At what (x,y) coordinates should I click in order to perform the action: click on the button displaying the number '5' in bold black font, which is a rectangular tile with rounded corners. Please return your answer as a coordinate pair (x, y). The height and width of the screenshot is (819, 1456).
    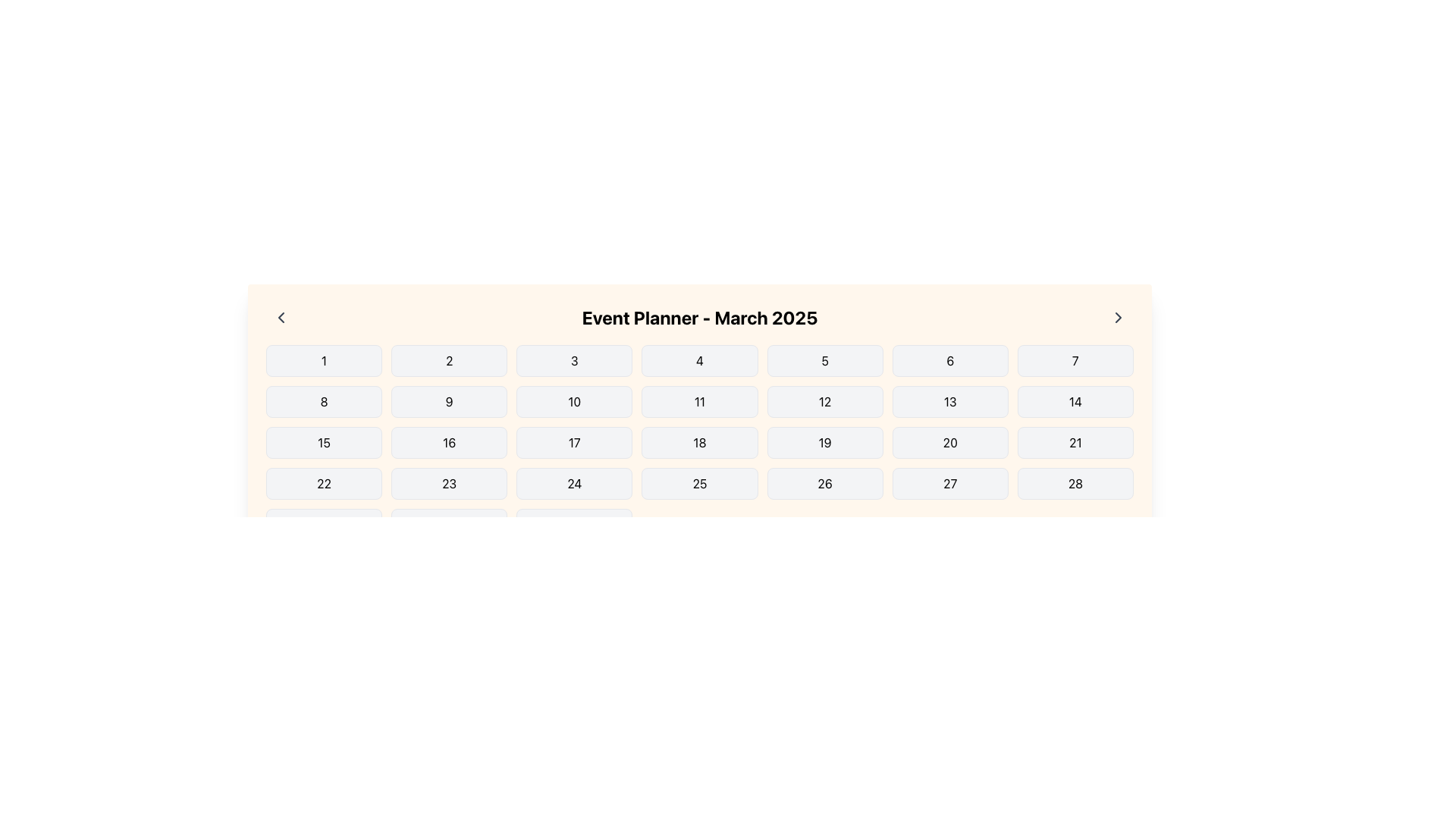
    Looking at the image, I should click on (824, 360).